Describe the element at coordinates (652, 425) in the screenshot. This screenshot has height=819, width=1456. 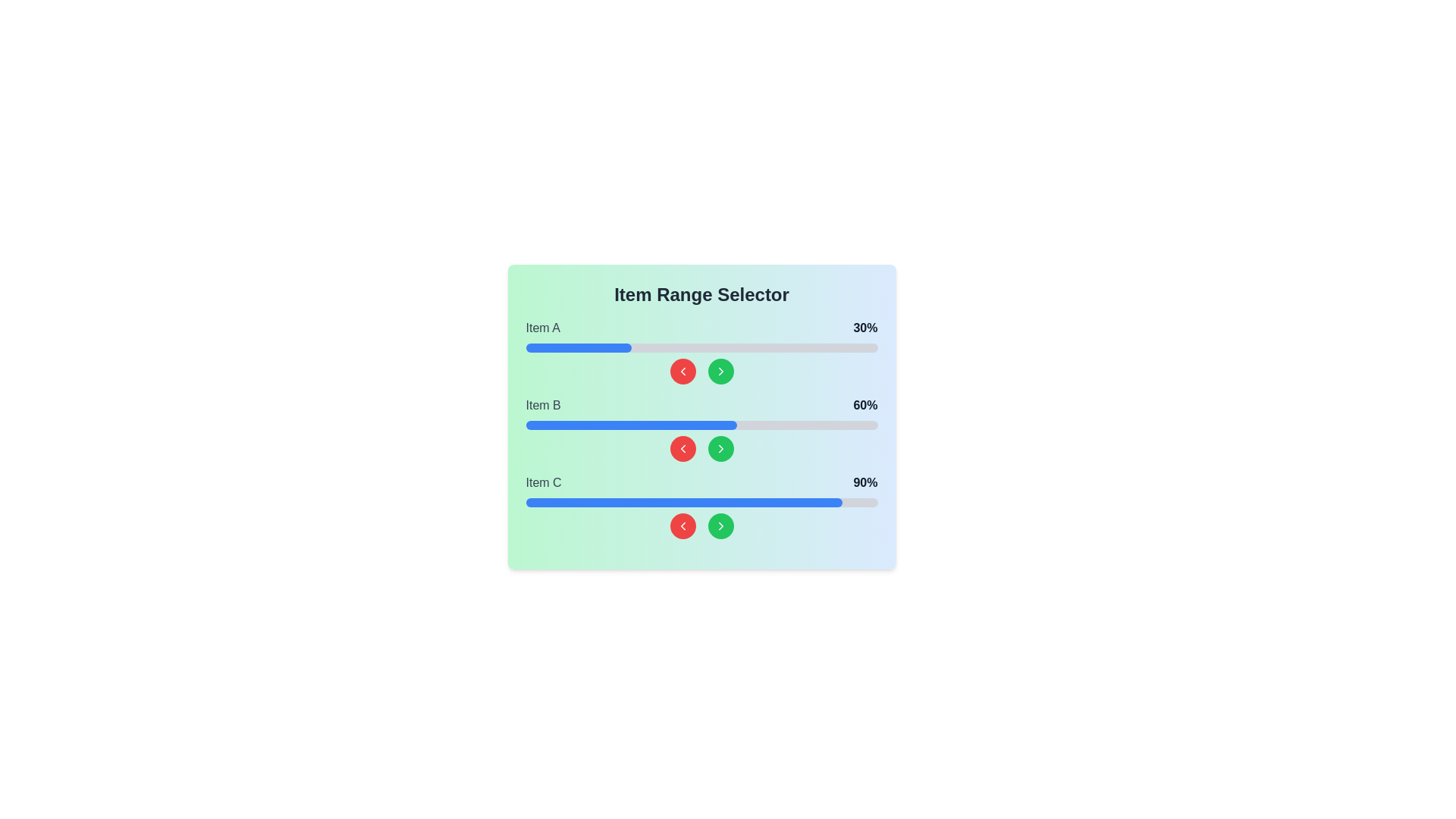
I see `the slider` at that location.